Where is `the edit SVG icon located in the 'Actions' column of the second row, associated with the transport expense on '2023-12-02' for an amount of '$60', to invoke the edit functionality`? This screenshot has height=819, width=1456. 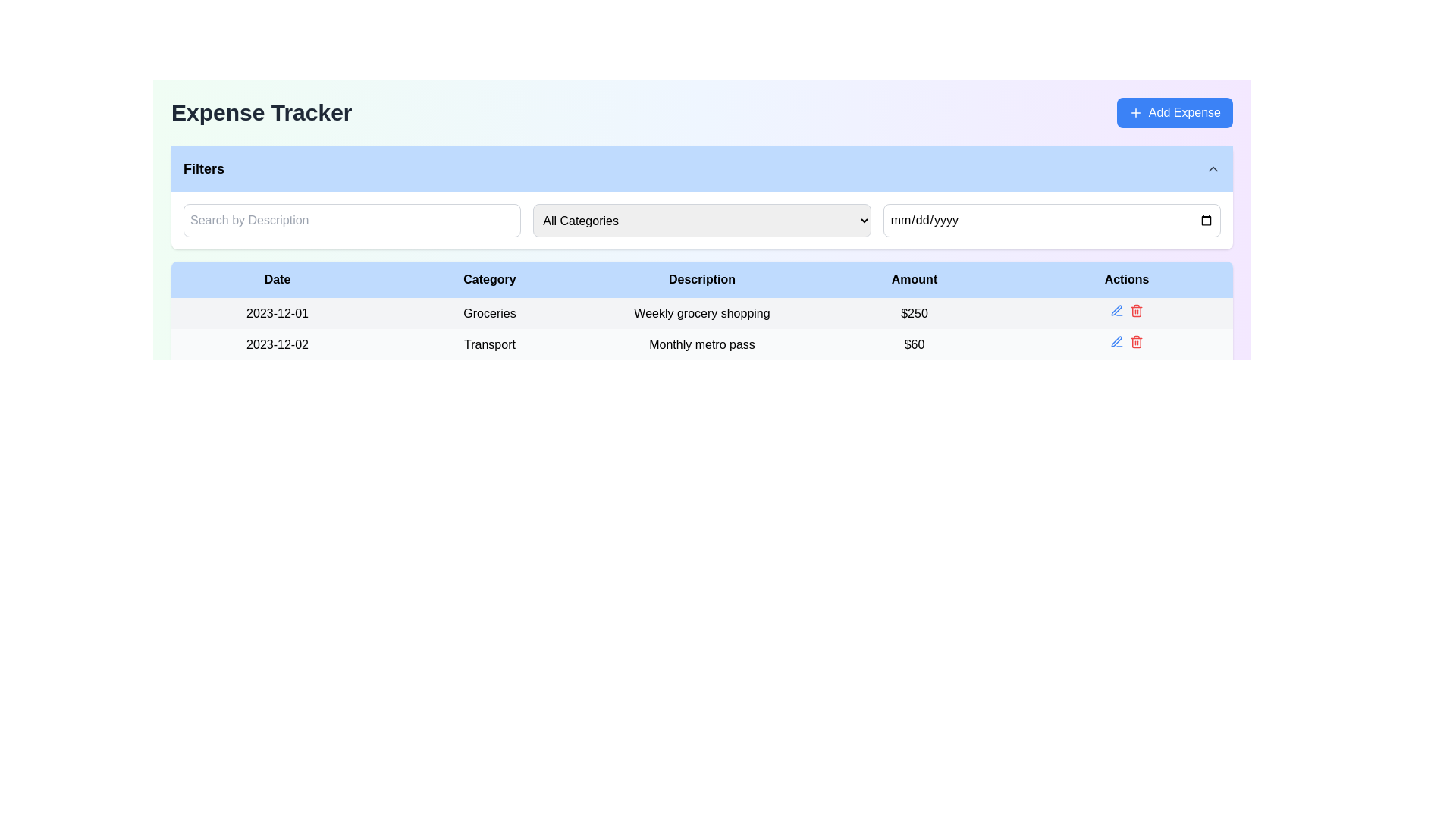
the edit SVG icon located in the 'Actions' column of the second row, associated with the transport expense on '2023-12-02' for an amount of '$60', to invoke the edit functionality is located at coordinates (1116, 341).